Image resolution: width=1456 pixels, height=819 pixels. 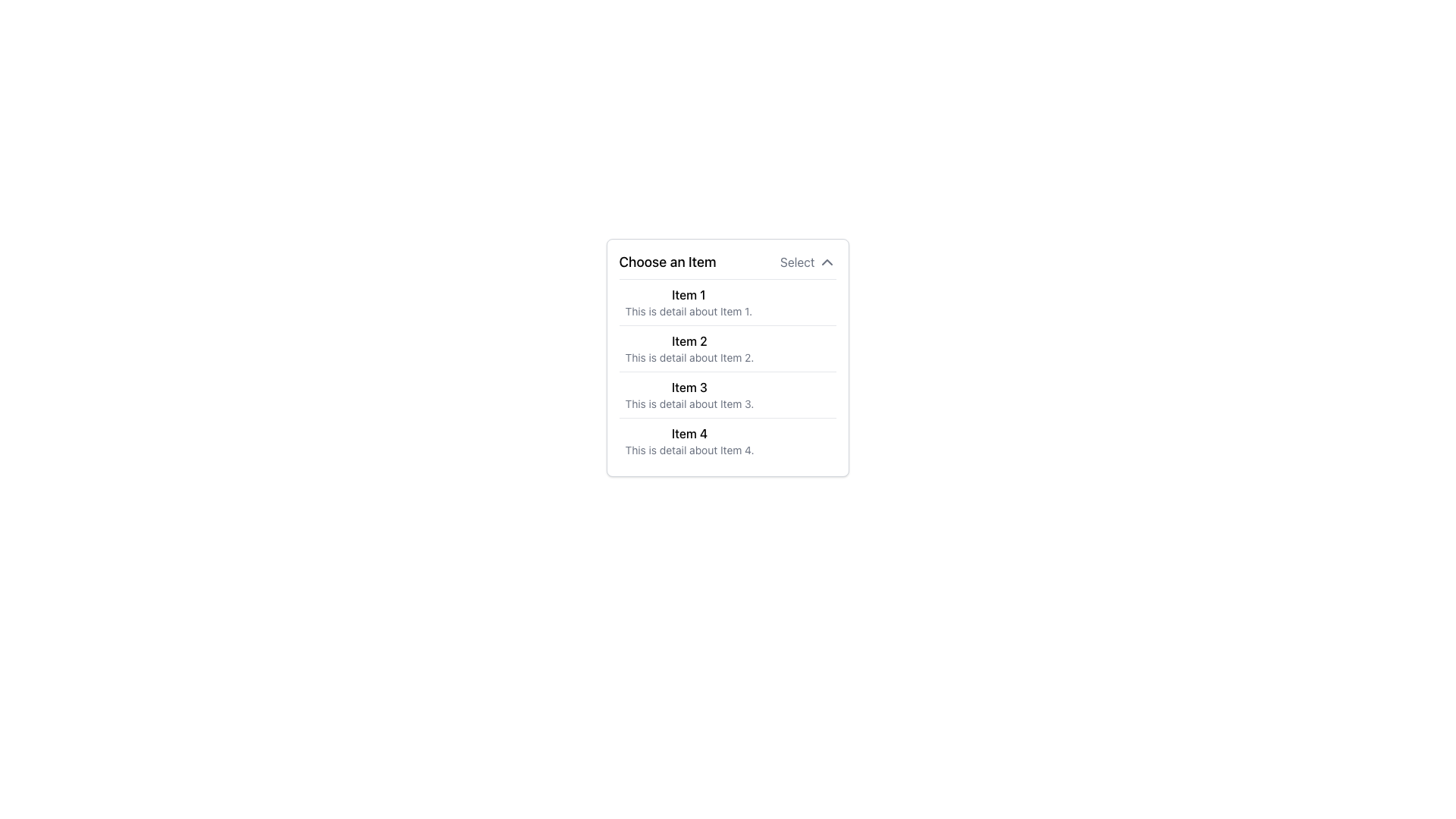 What do you see at coordinates (689, 348) in the screenshot?
I see `the second selectable list item titled 'Item 2' that displays a title and a short description, located under the title 'Choose an Item.'` at bounding box center [689, 348].